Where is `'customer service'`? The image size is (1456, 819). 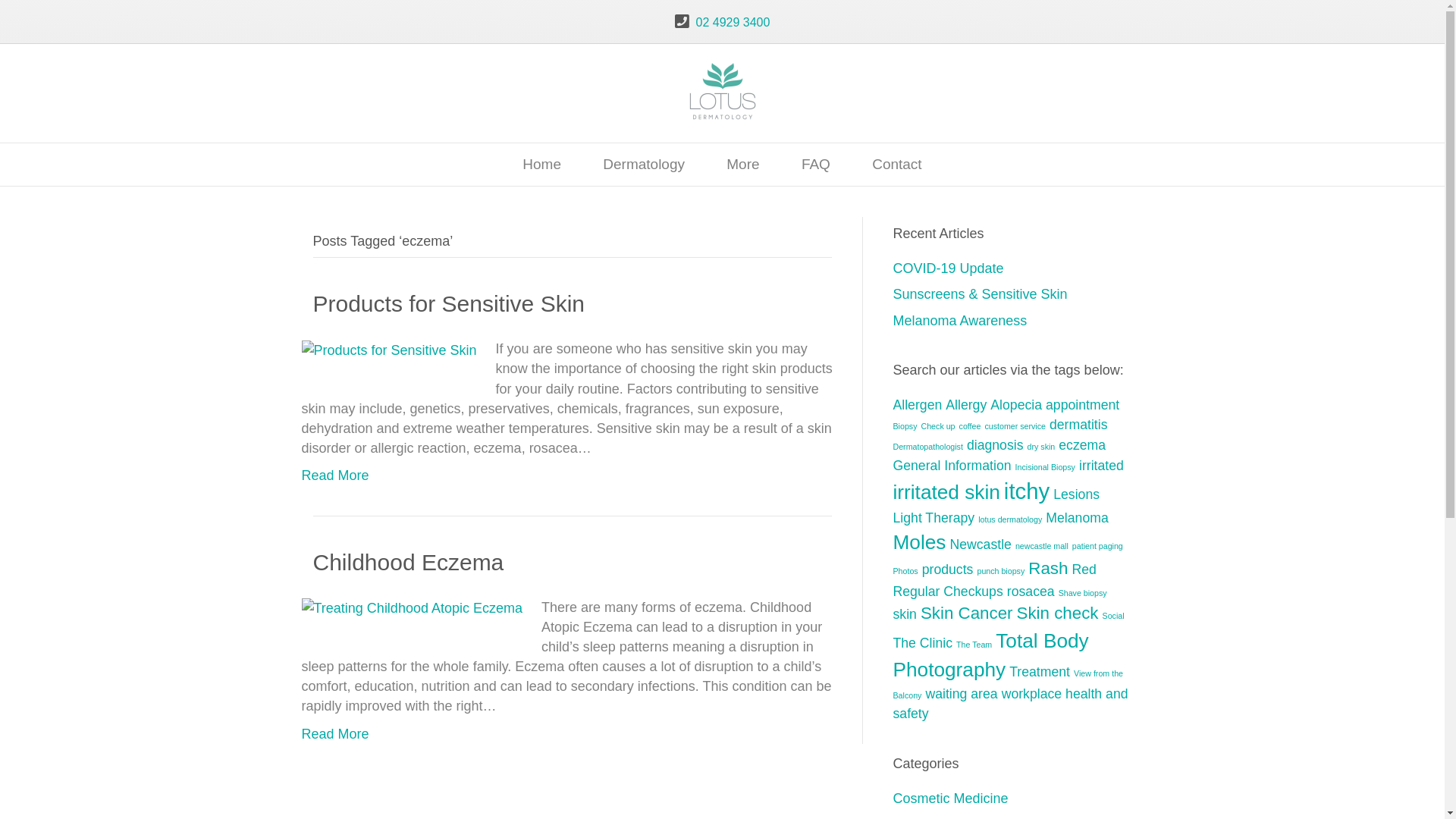 'customer service' is located at coordinates (1015, 426).